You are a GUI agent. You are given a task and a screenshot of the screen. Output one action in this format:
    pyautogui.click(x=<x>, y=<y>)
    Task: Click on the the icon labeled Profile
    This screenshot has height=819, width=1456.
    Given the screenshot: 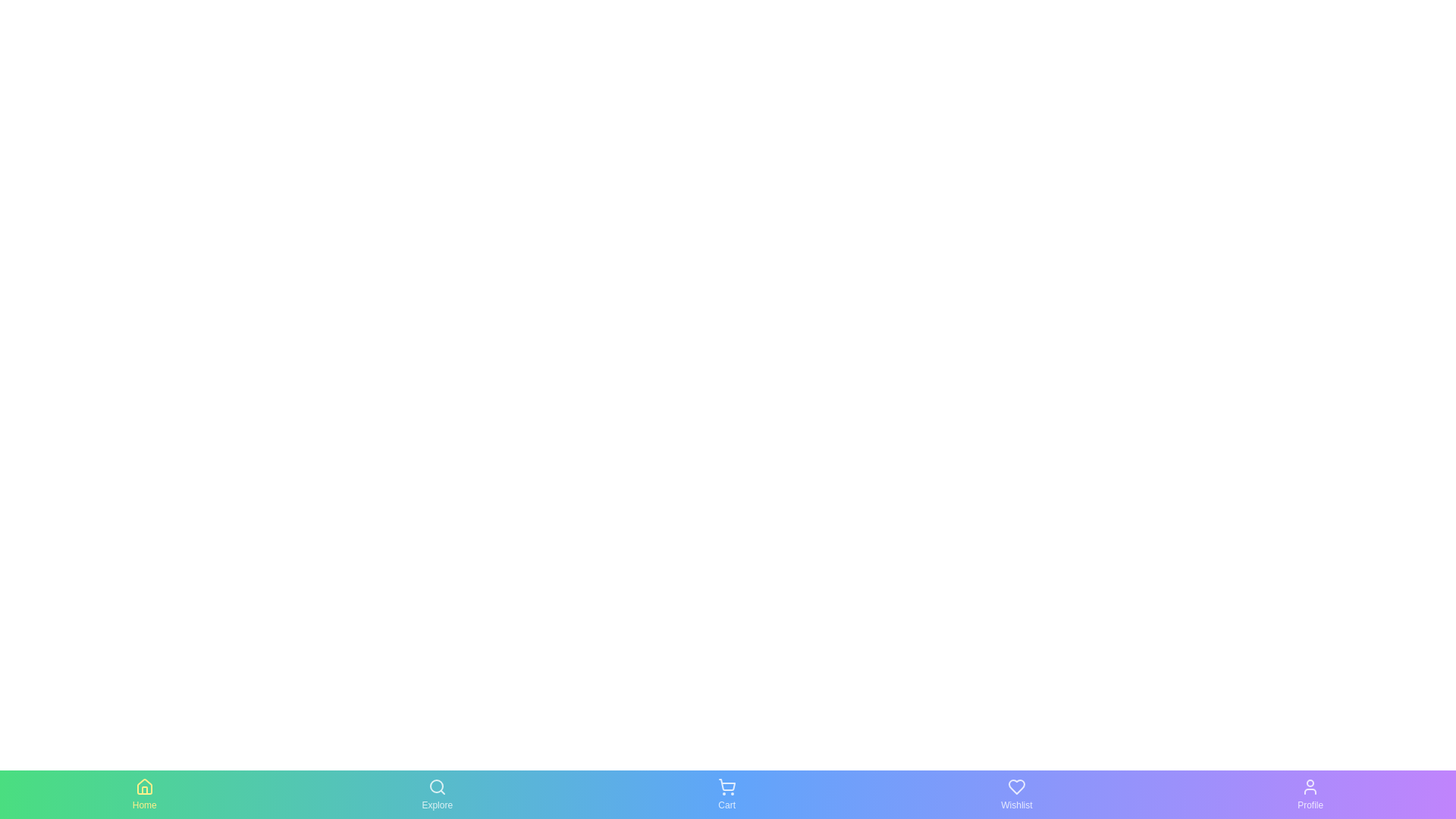 What is the action you would take?
    pyautogui.click(x=1310, y=794)
    